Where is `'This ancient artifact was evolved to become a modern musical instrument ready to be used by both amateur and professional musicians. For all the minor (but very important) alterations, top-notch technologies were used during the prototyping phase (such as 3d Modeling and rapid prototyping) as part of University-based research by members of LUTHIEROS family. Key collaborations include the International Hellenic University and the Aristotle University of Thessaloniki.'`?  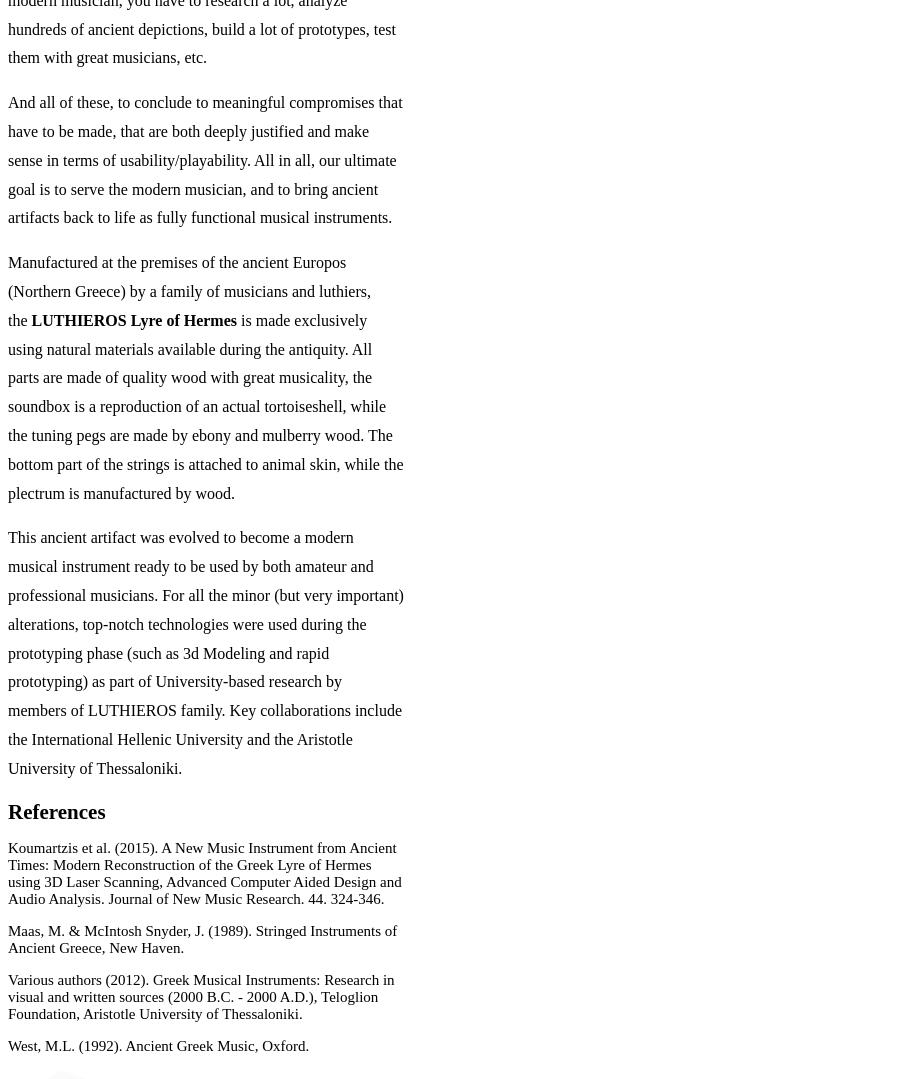
'This ancient artifact was evolved to become a modern musical instrument ready to be used by both amateur and professional musicians. For all the minor (but very important) alterations, top-notch technologies were used during the prototyping phase (such as 3d Modeling and rapid prototyping) as part of University-based research by members of LUTHIEROS family. Key collaborations include the International Hellenic University and the Aristotle University of Thessaloniki.' is located at coordinates (205, 651).